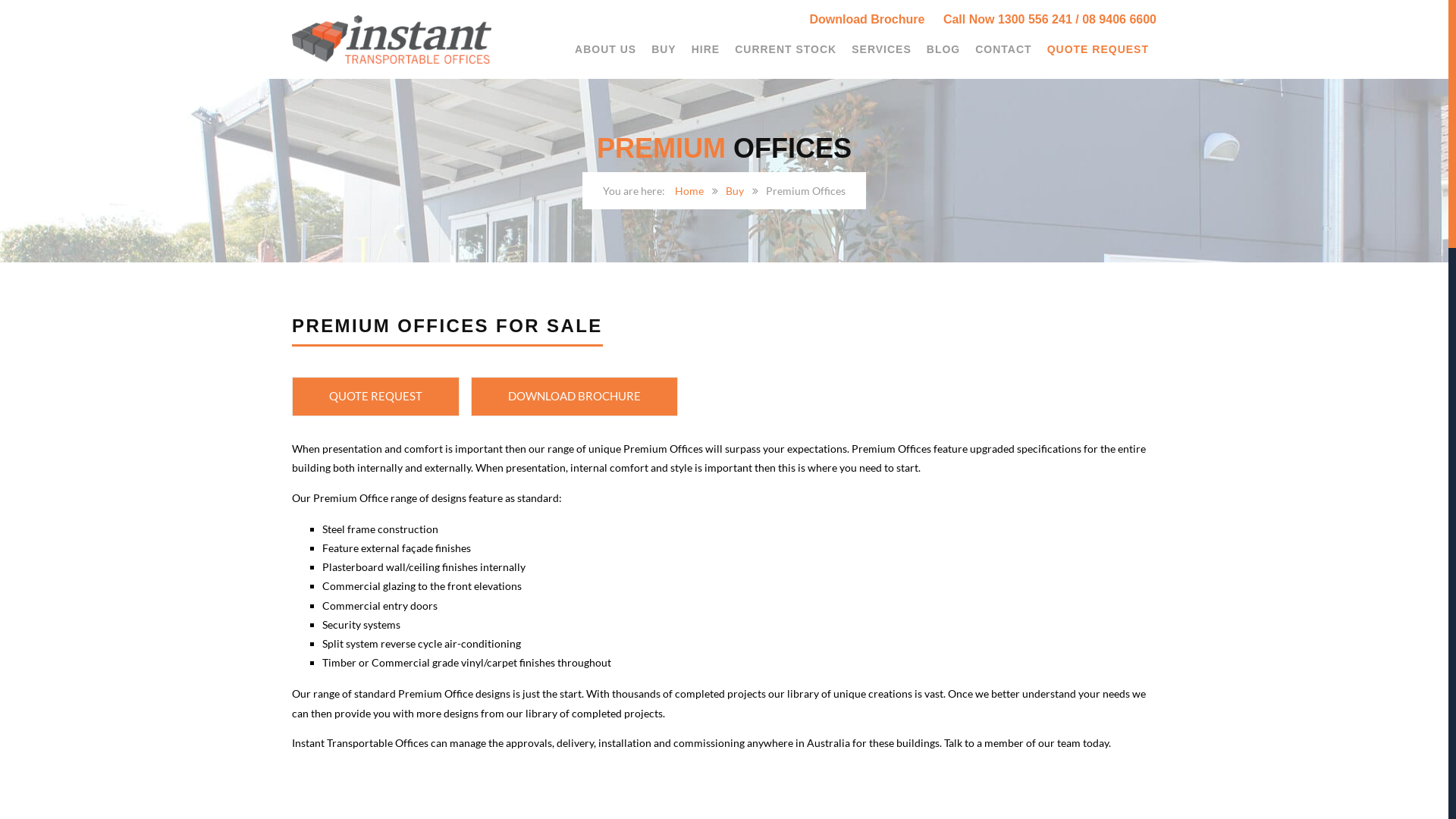 The image size is (1456, 819). What do you see at coordinates (469, 396) in the screenshot?
I see `'DOWNLOAD BROCHURE'` at bounding box center [469, 396].